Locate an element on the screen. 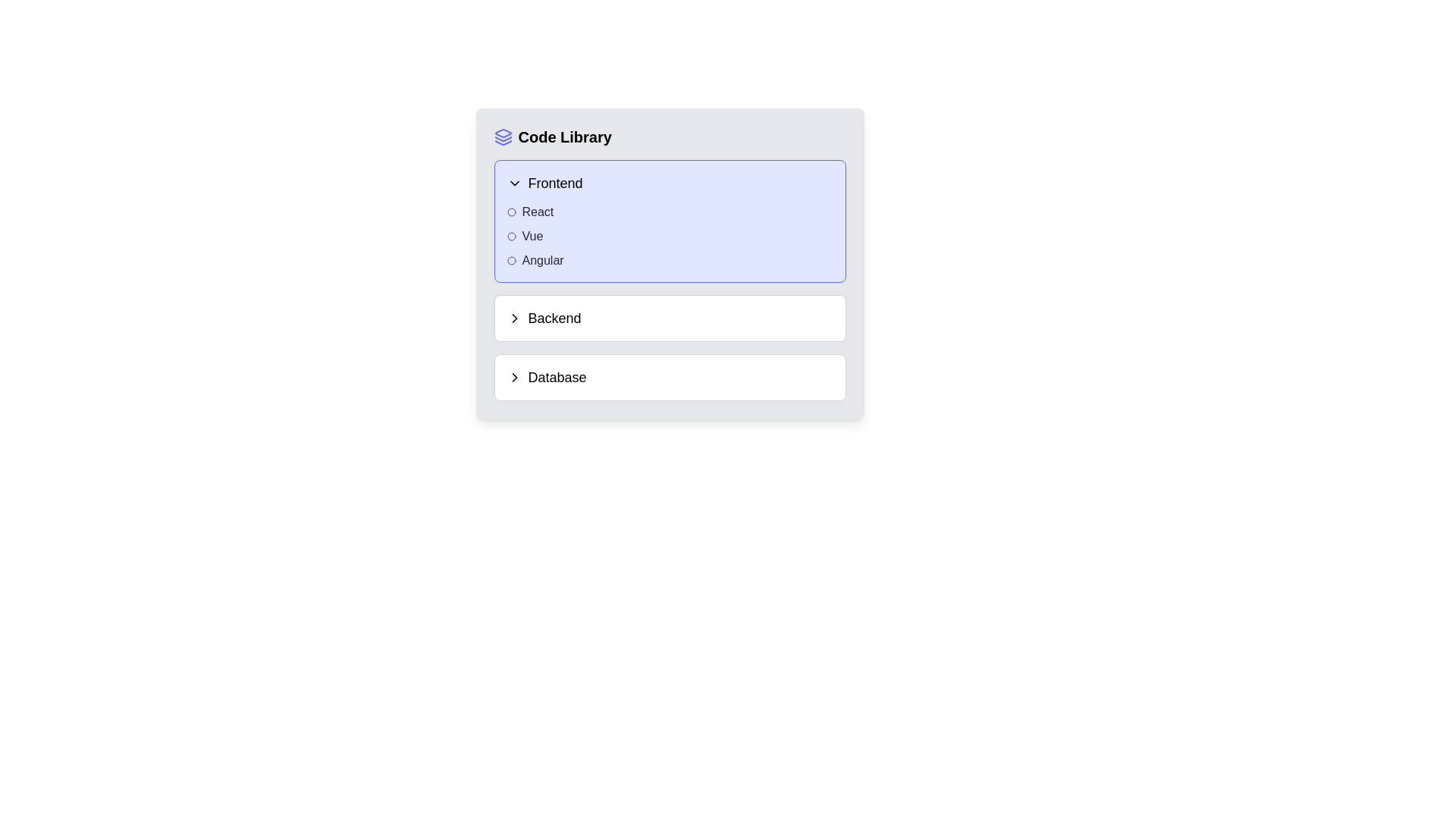 This screenshot has width=1456, height=819. the items within the categorized list of JavaScript frameworks located in the 'Frontend' section of the 'Code Library' card is located at coordinates (669, 237).